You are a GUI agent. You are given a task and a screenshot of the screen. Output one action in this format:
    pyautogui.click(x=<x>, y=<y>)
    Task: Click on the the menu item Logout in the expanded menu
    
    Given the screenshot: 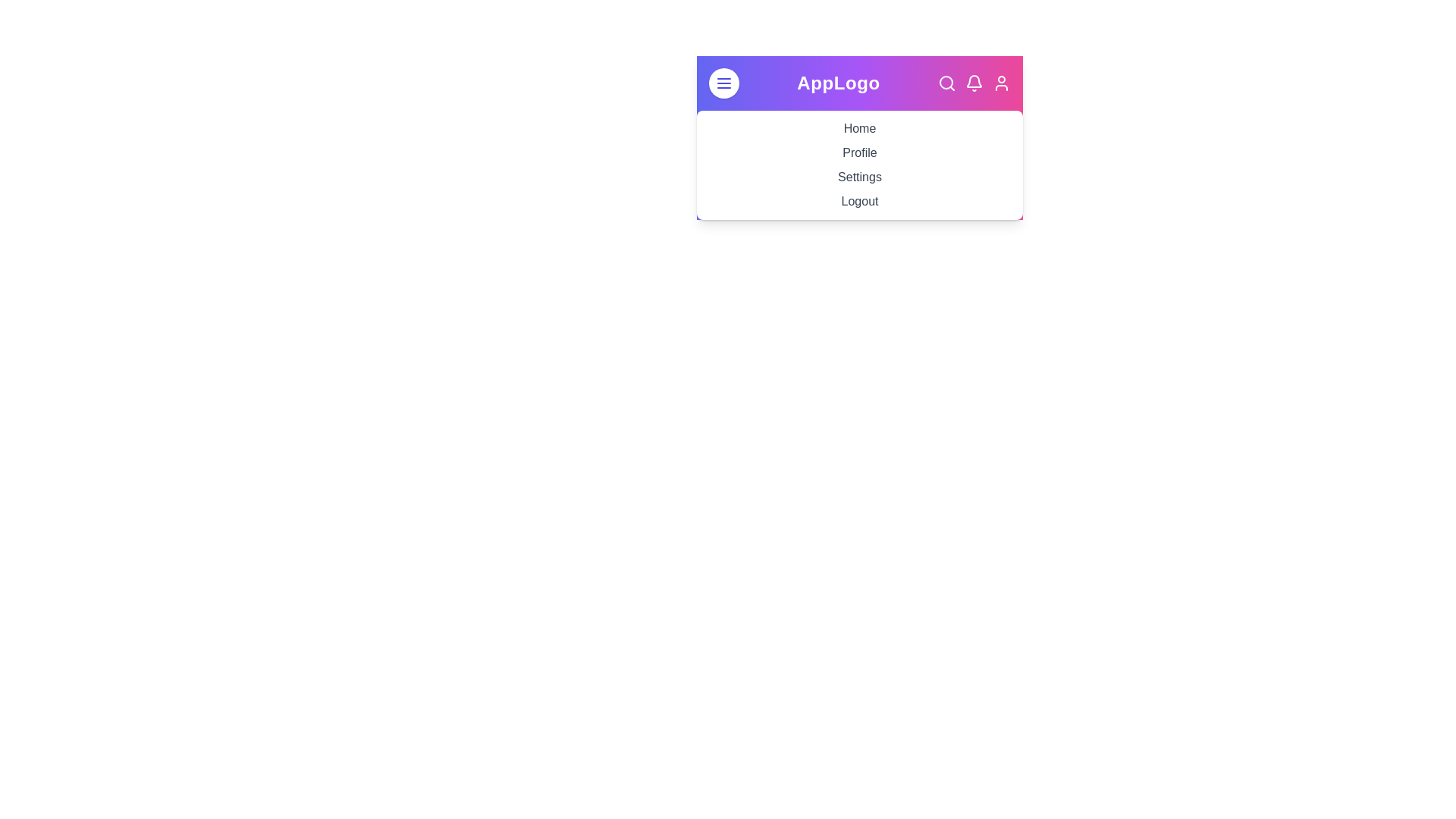 What is the action you would take?
    pyautogui.click(x=859, y=200)
    